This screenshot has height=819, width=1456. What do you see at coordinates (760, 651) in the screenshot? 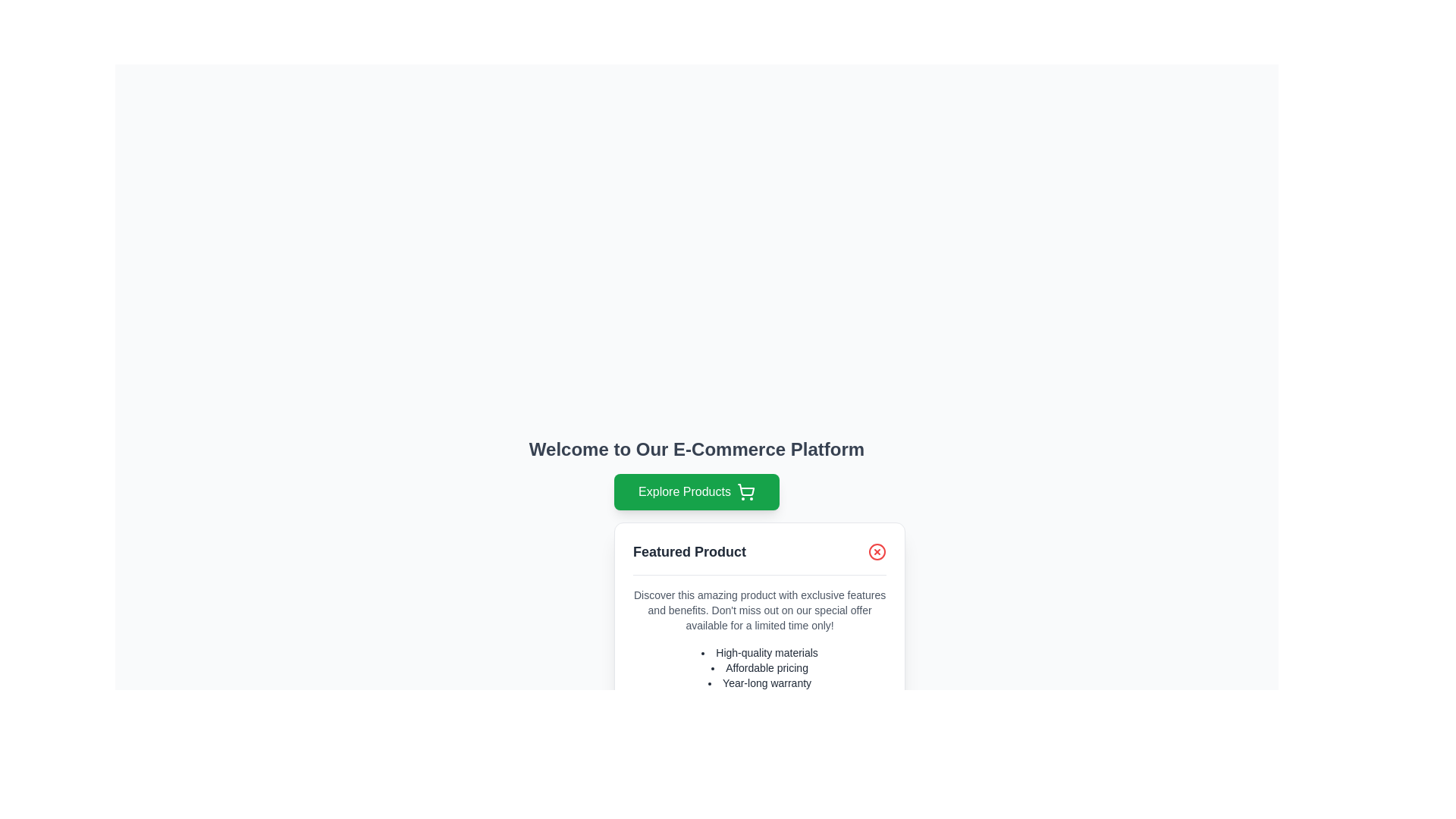
I see `text element that describes a feature of the product, which is the first item in the bulleted list under the 'Featured Product' section` at bounding box center [760, 651].